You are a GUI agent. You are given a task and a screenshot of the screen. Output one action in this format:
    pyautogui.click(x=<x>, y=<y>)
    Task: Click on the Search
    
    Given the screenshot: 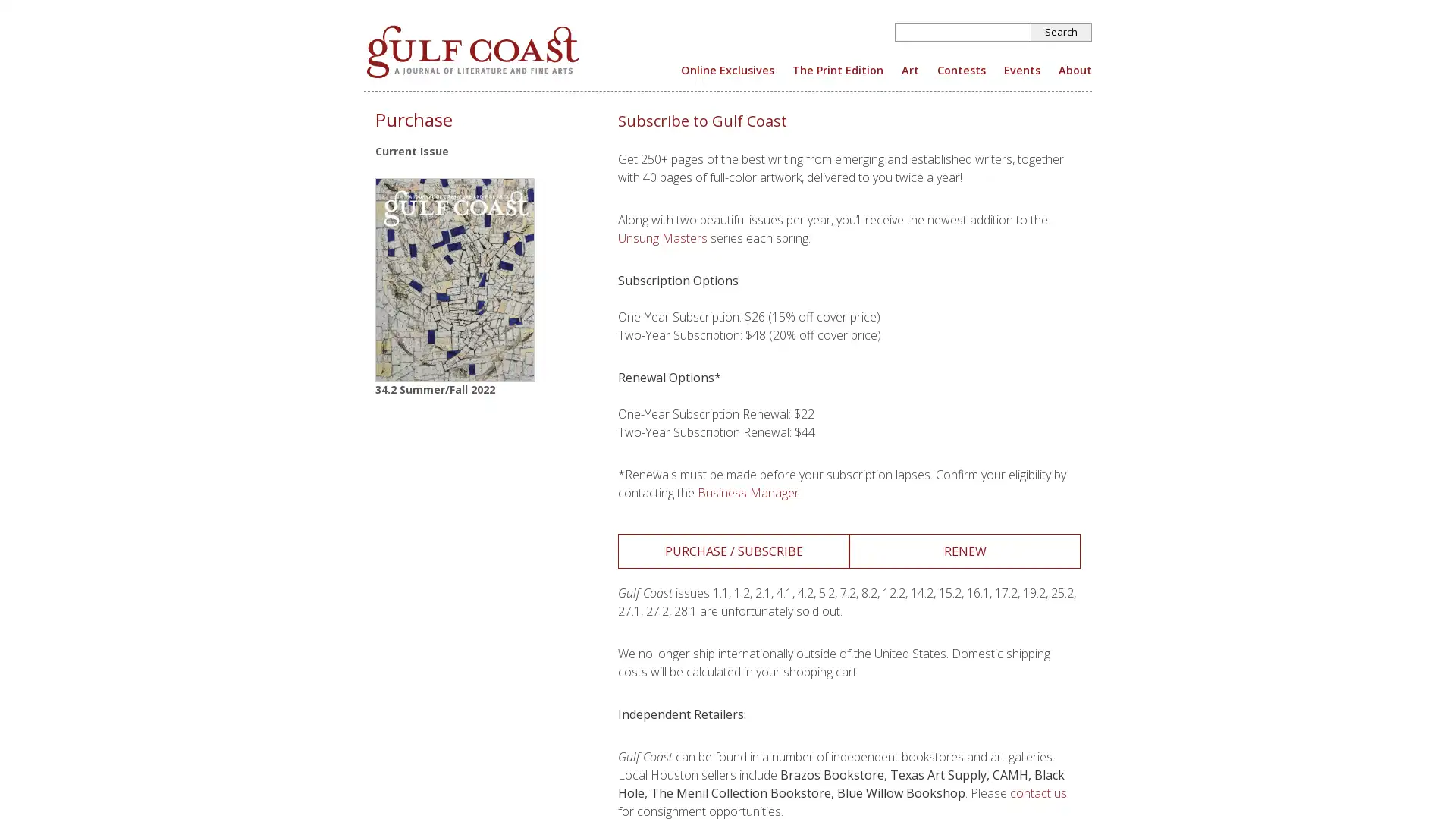 What is the action you would take?
    pyautogui.click(x=1061, y=32)
    